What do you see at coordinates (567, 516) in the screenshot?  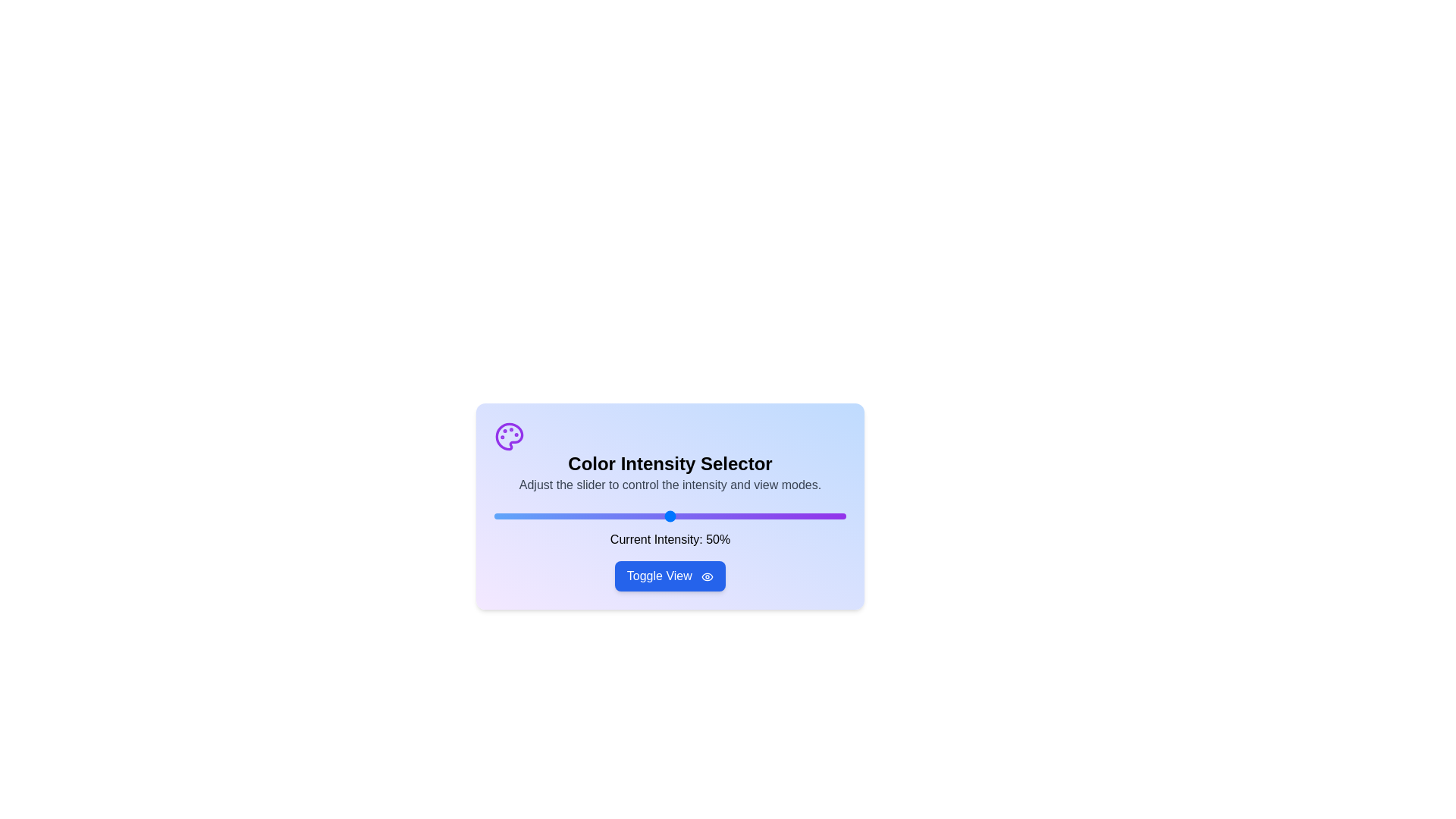 I see `the slider to set the intensity to 21%` at bounding box center [567, 516].